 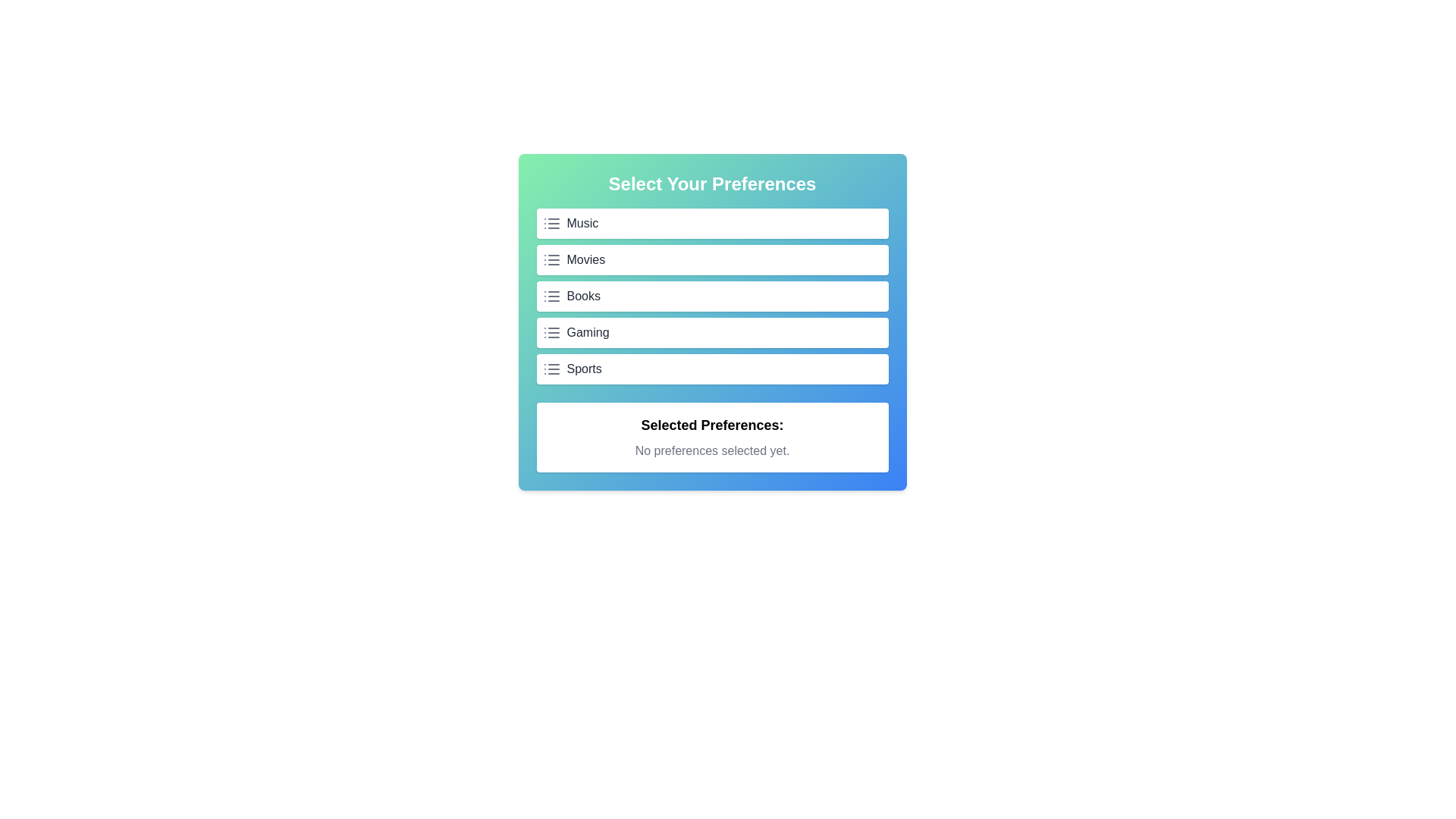 I want to click on the 'Gaming' button located in the vertical list of preference options, so click(x=711, y=332).